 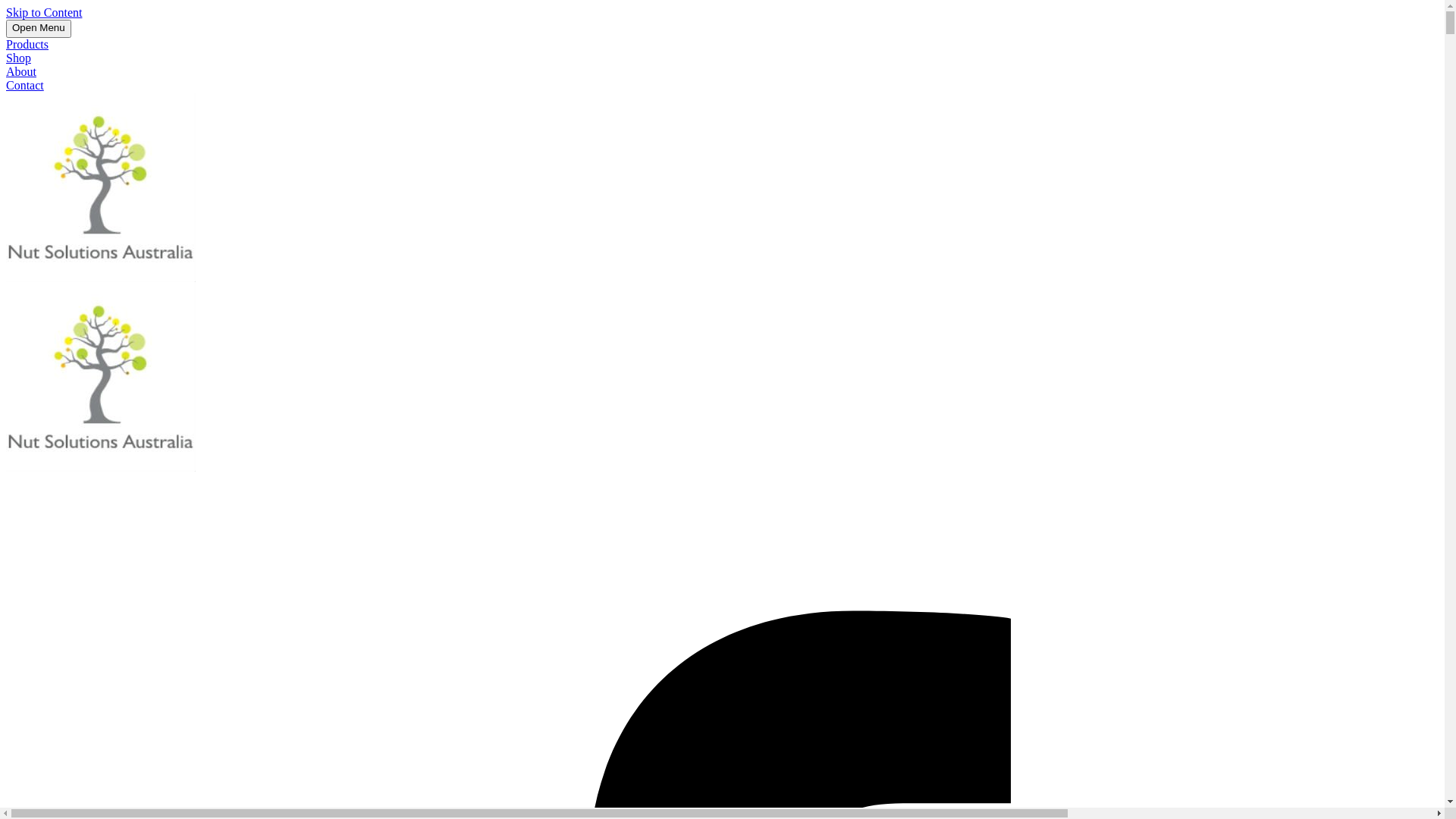 What do you see at coordinates (43, 12) in the screenshot?
I see `'Skip to Content'` at bounding box center [43, 12].